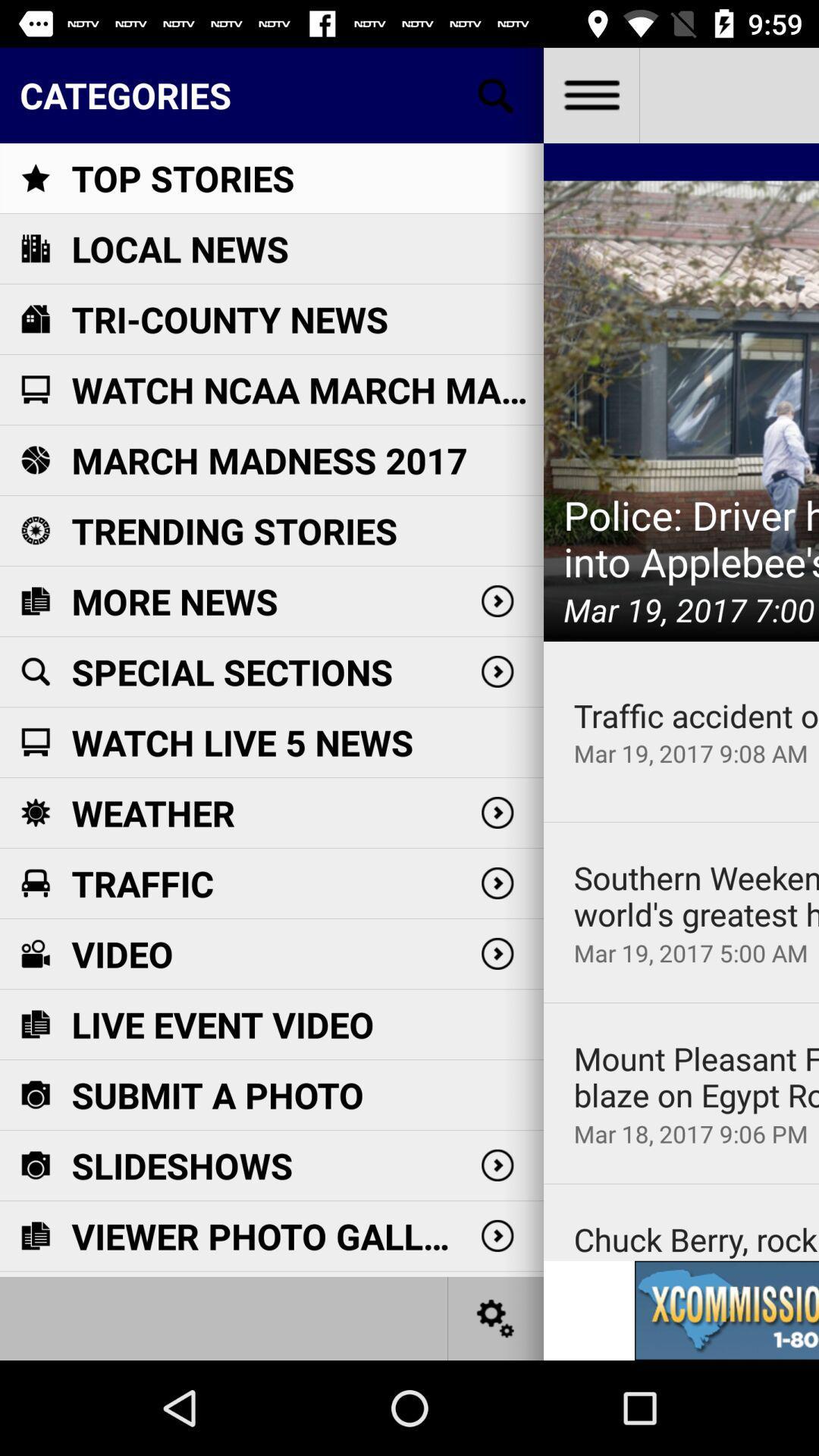 This screenshot has width=819, height=1456. What do you see at coordinates (590, 94) in the screenshot?
I see `the menu icon` at bounding box center [590, 94].